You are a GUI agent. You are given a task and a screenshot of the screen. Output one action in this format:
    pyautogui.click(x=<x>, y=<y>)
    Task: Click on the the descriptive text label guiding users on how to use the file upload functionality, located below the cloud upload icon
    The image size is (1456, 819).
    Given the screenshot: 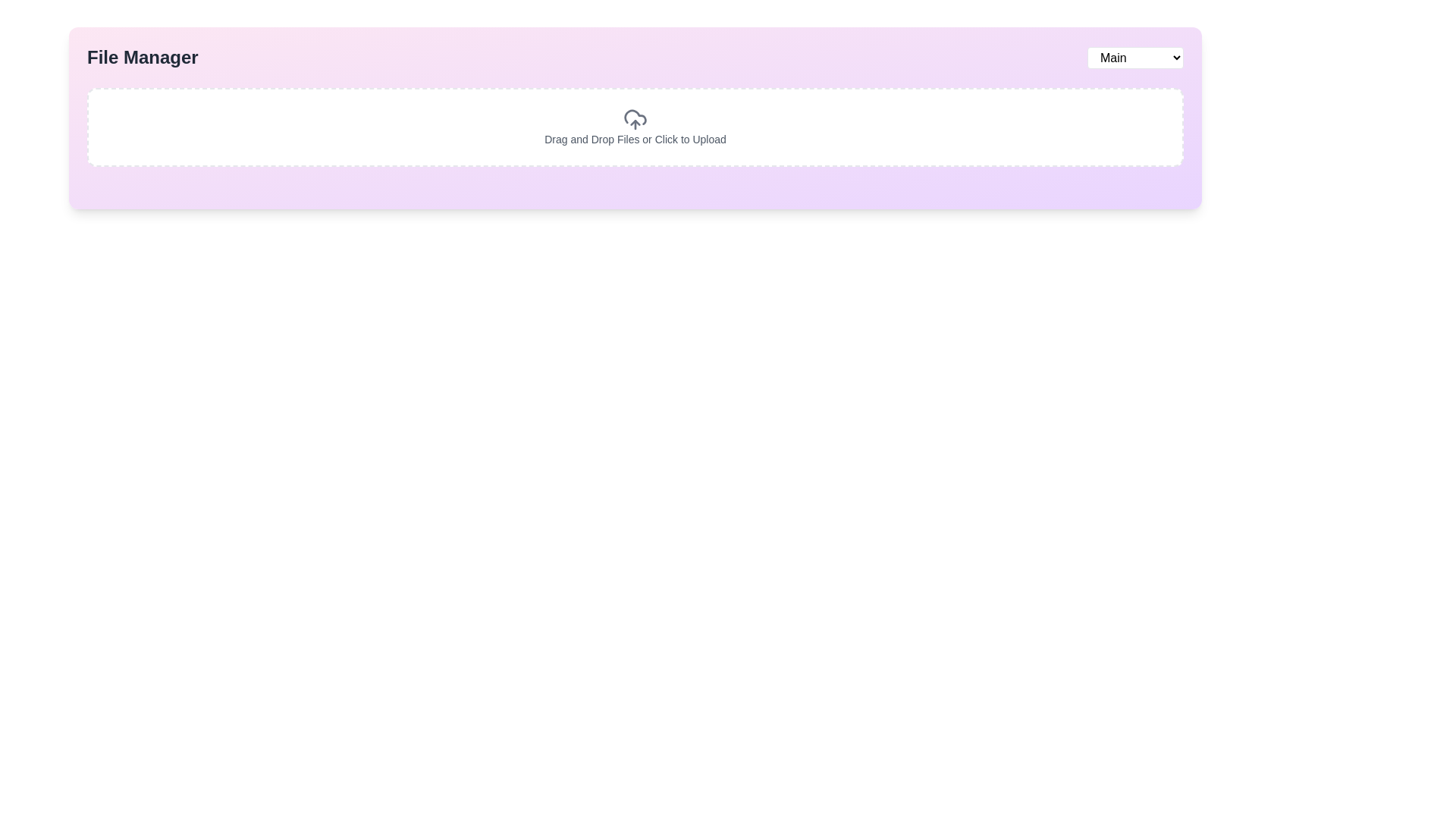 What is the action you would take?
    pyautogui.click(x=635, y=140)
    